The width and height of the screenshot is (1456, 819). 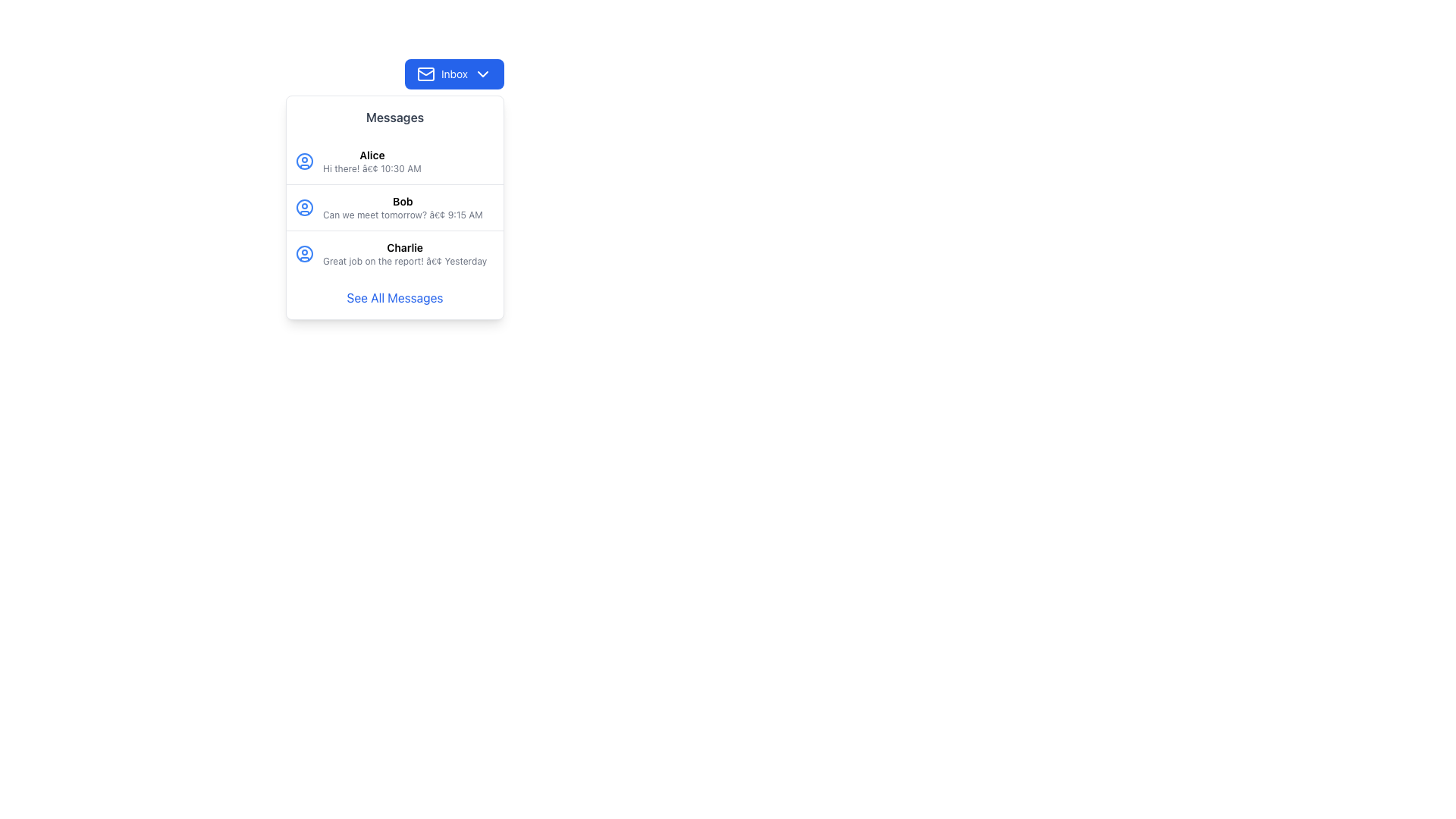 What do you see at coordinates (453, 74) in the screenshot?
I see `the blue rectangular button labeled 'Inbox' with an envelope icon and a downward-facing arrow` at bounding box center [453, 74].